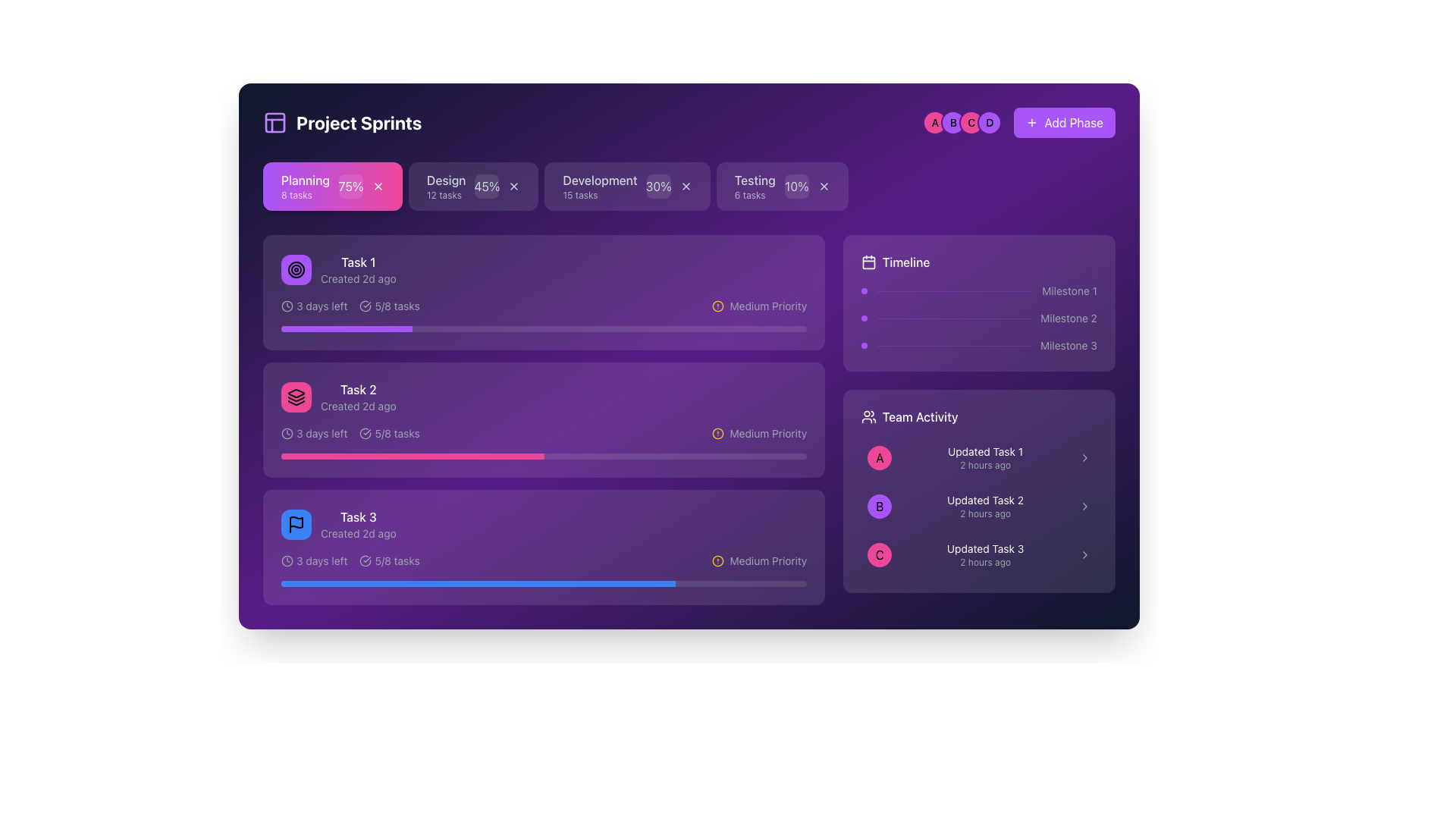 Image resolution: width=1456 pixels, height=819 pixels. What do you see at coordinates (366, 306) in the screenshot?
I see `the completed tasks icon located to the left of the text '5/8 tasks' in the Task 1 segment` at bounding box center [366, 306].